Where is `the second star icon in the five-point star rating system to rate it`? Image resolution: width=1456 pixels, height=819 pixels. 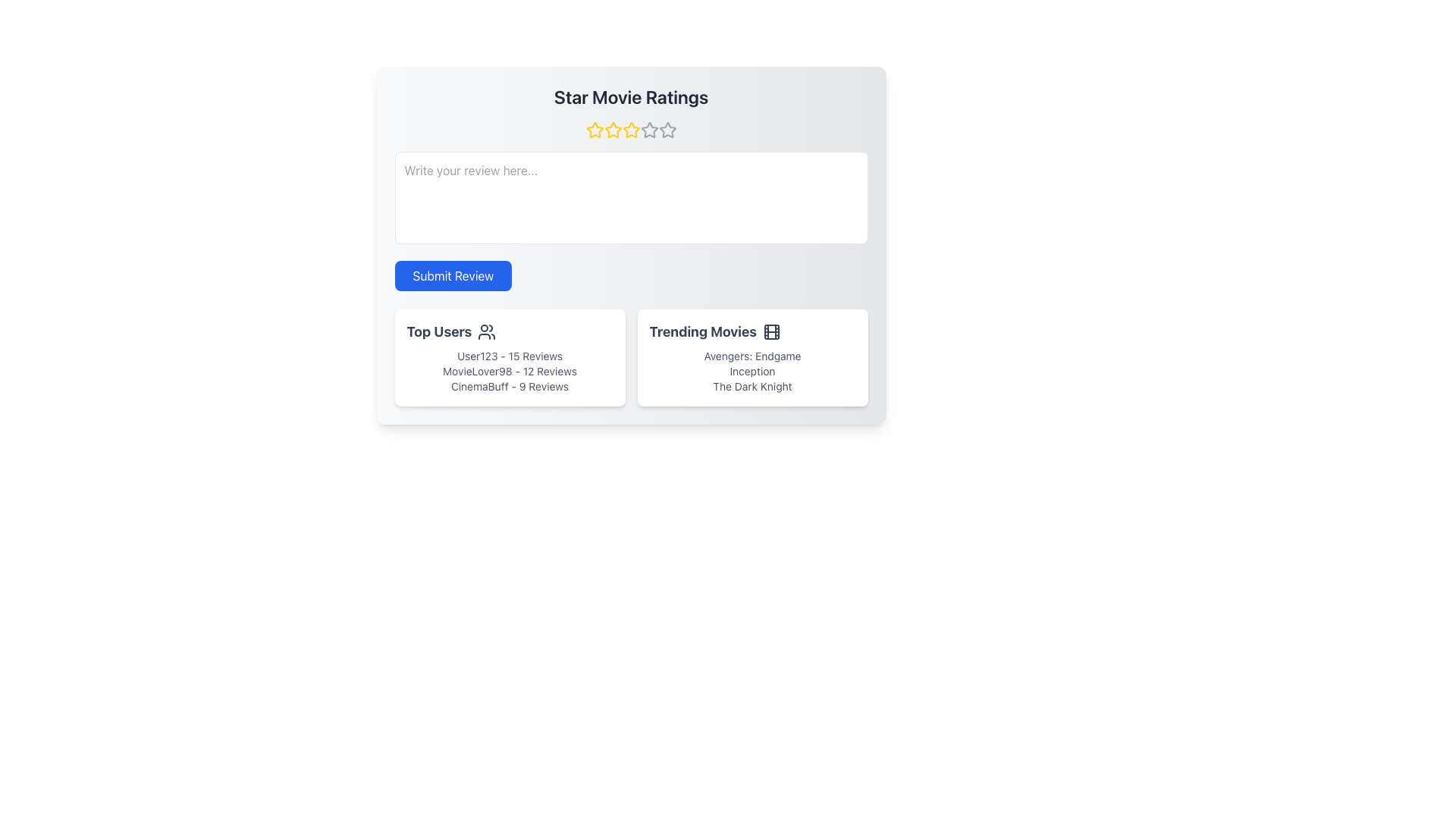 the second star icon in the five-point star rating system to rate it is located at coordinates (631, 129).